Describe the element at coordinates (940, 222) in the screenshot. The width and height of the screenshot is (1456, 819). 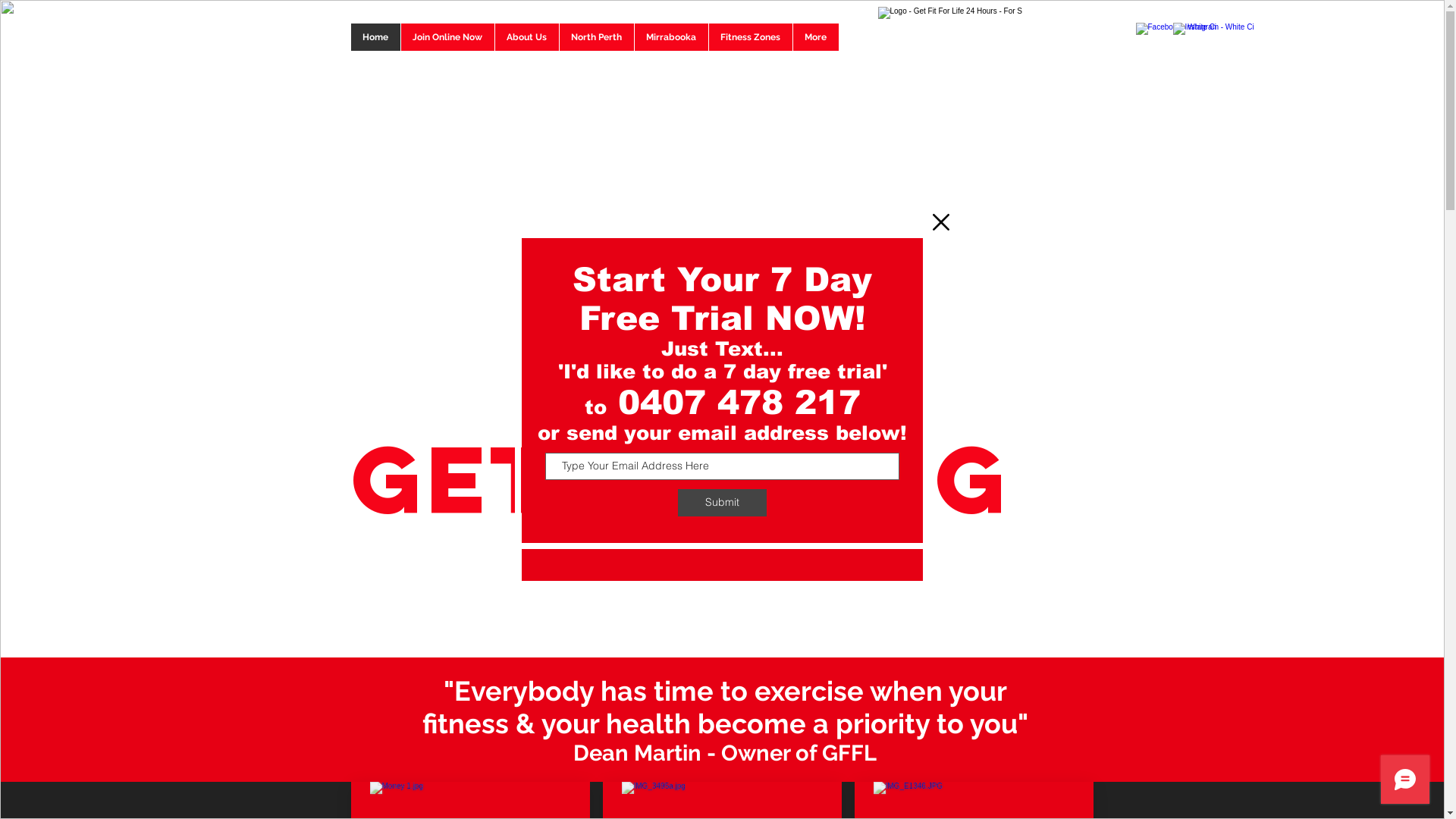
I see `'Back to site'` at that location.